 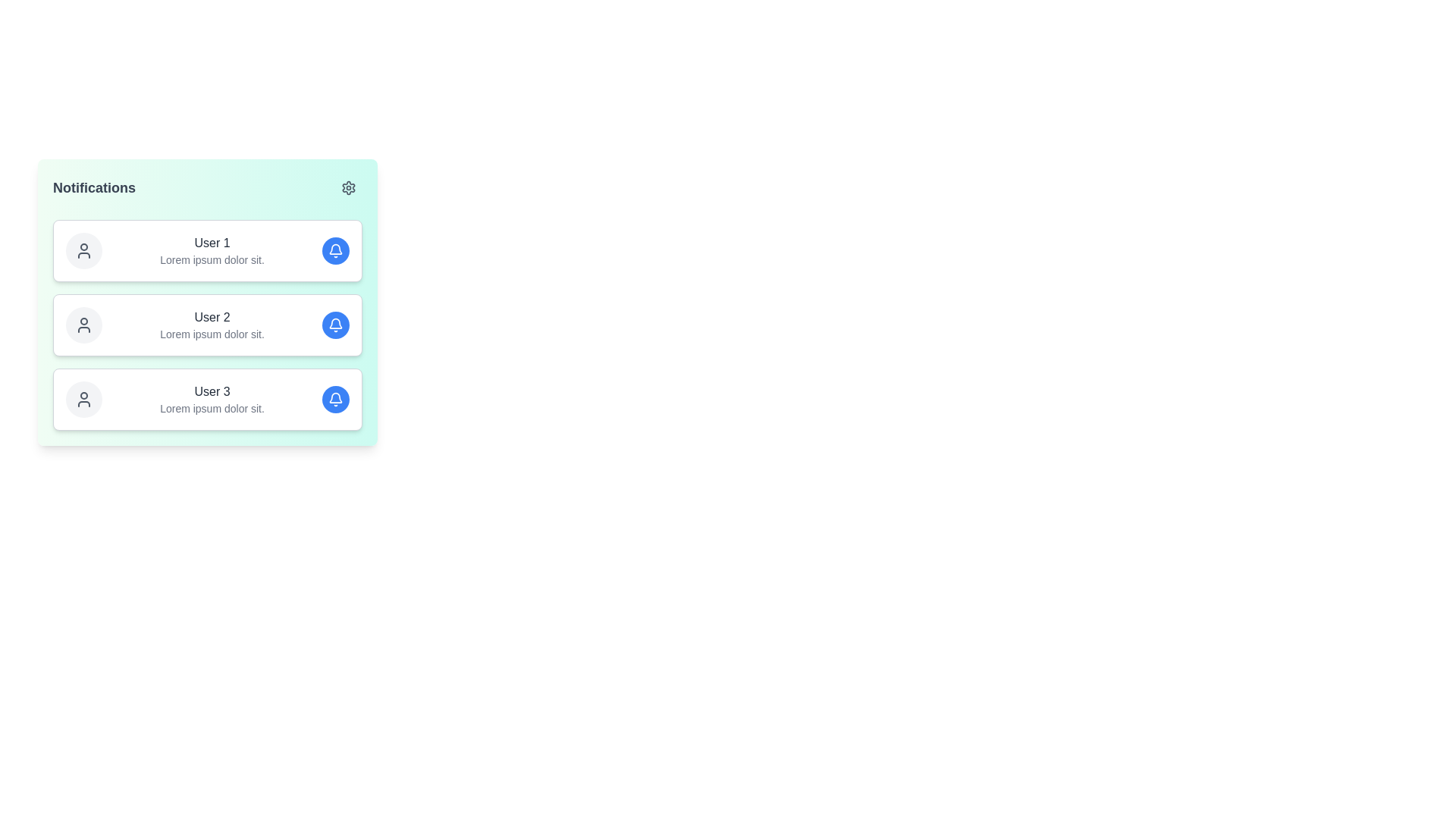 I want to click on the gear icon button located in the top right corner of the notification panel, so click(x=348, y=187).